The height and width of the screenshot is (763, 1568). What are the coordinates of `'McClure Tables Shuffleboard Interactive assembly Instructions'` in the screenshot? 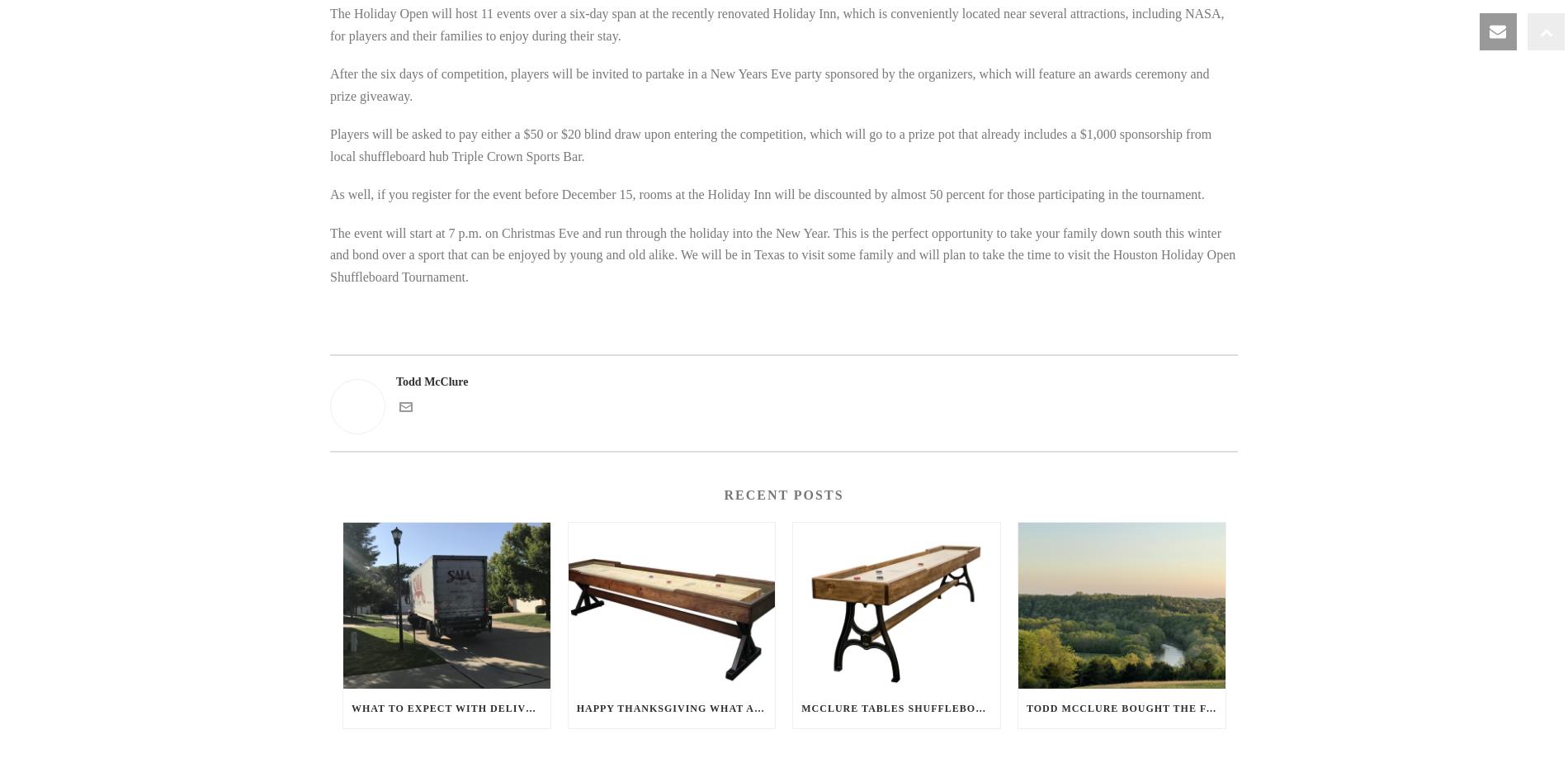 It's located at (1016, 708).